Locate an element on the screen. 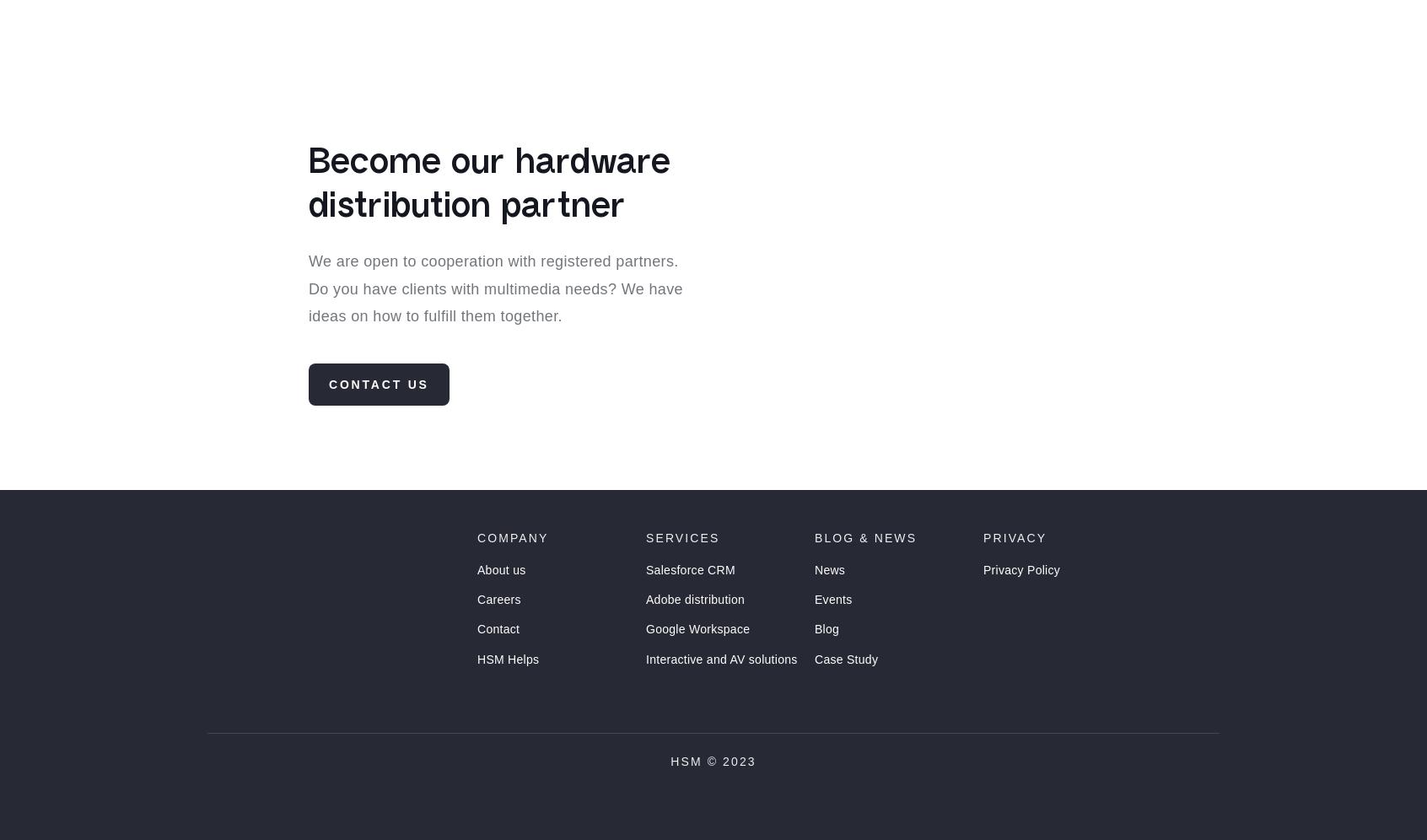  'Contact us' is located at coordinates (378, 414).